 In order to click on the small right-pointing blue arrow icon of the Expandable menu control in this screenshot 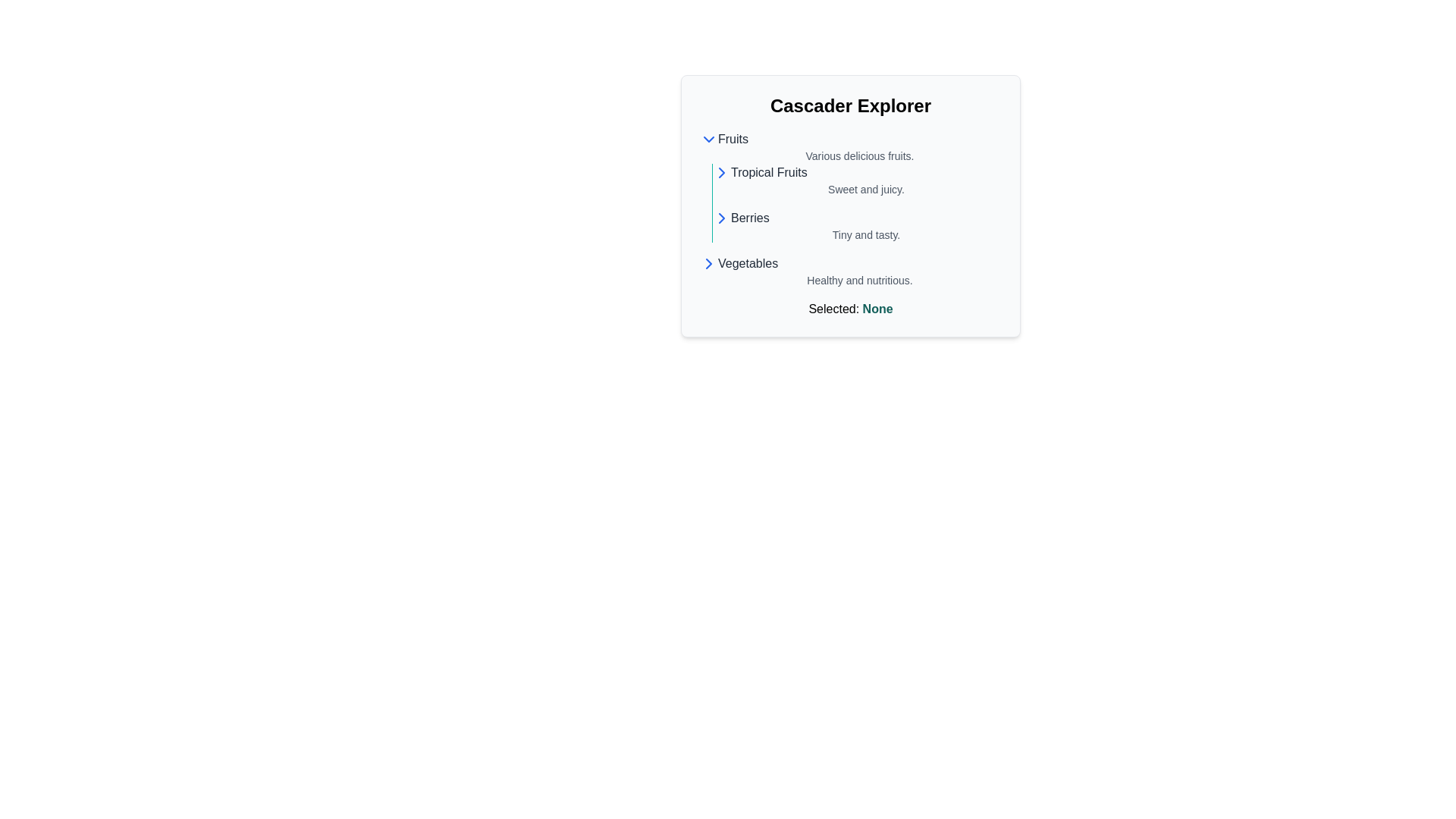, I will do `click(708, 262)`.